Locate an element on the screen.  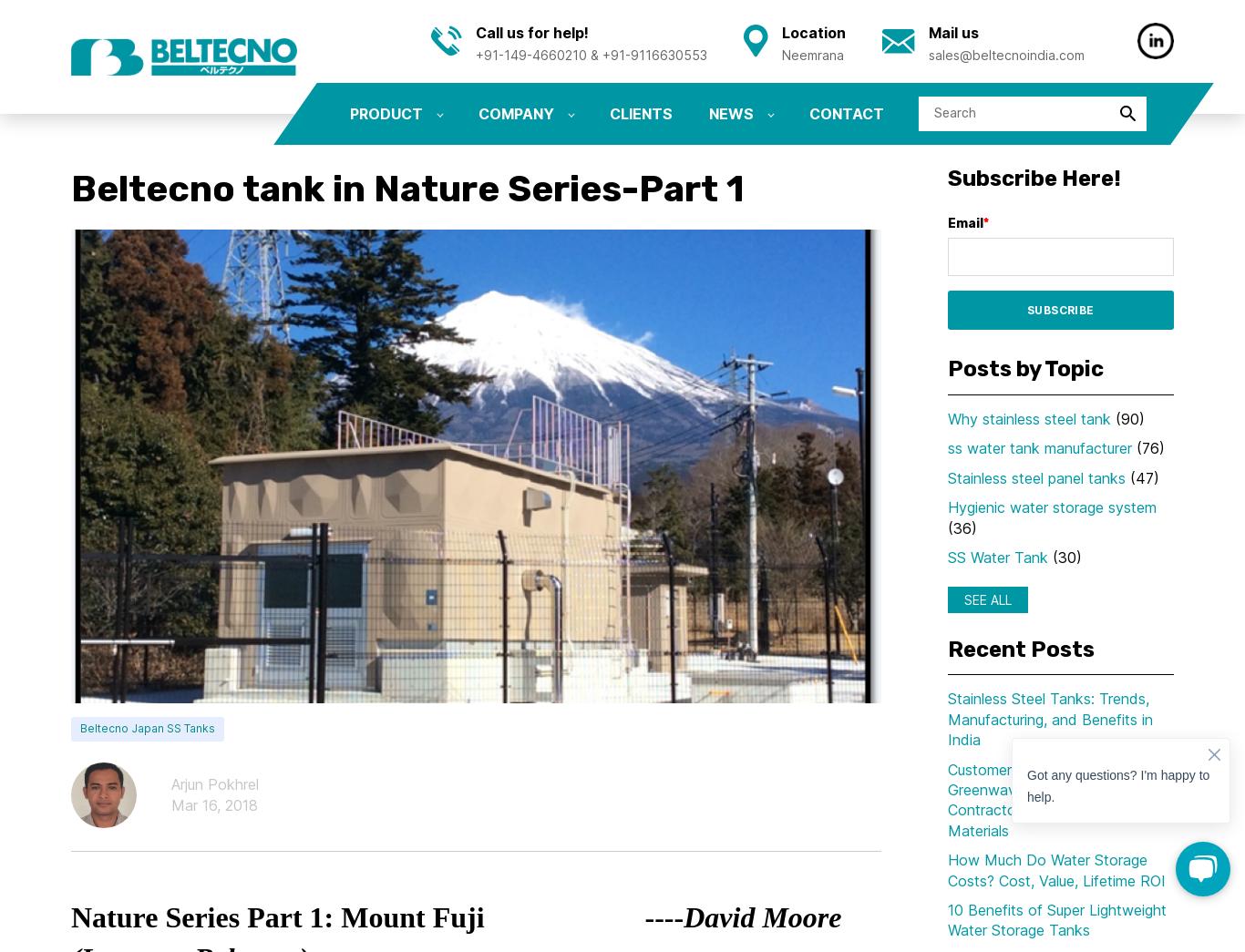
'Subscribe Here!' is located at coordinates (1033, 179).